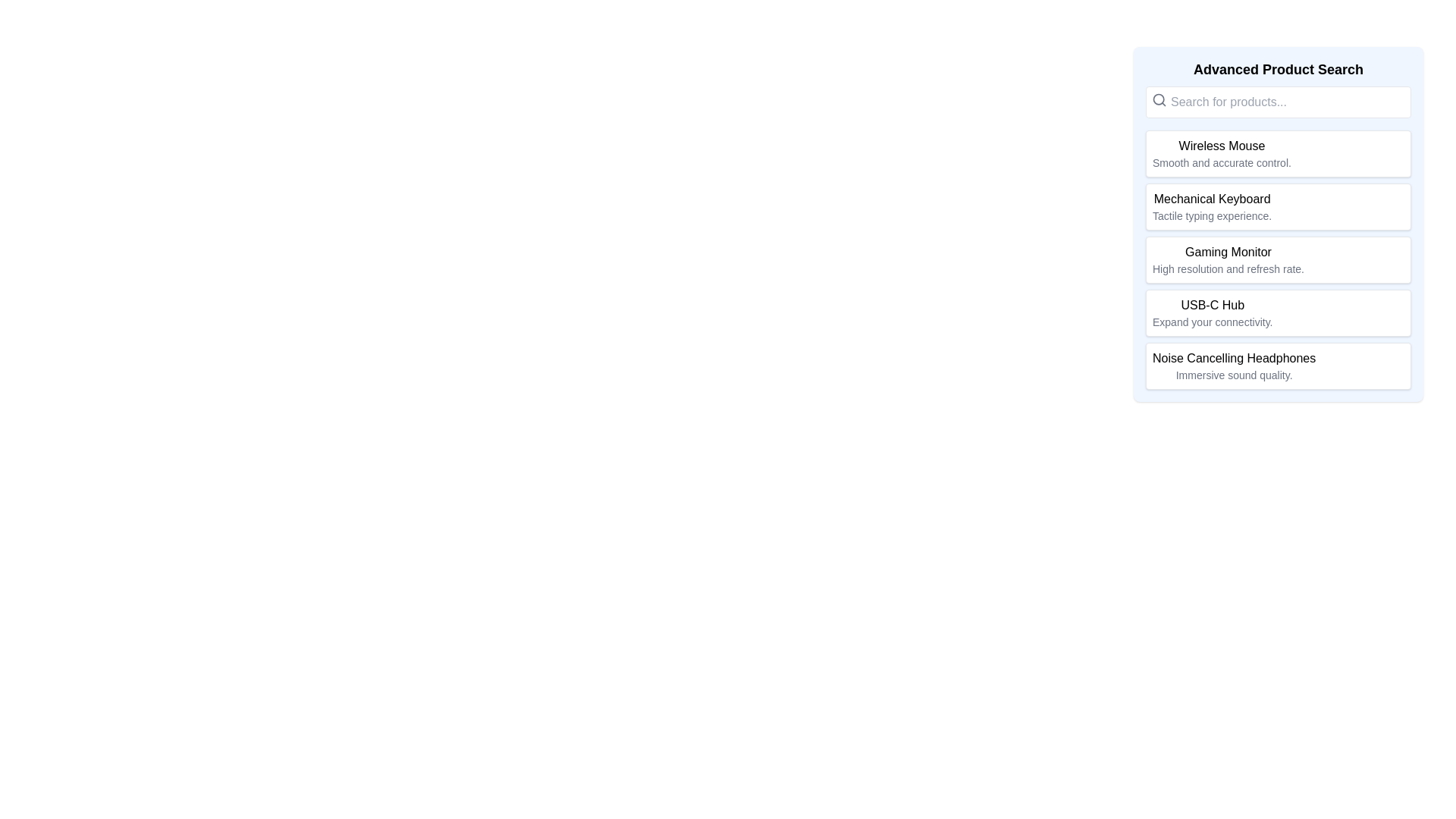  What do you see at coordinates (1277, 224) in the screenshot?
I see `the list item titled 'Mechanical Keyboard' with a bold title and a subtitle 'Tactile typing experience.'` at bounding box center [1277, 224].